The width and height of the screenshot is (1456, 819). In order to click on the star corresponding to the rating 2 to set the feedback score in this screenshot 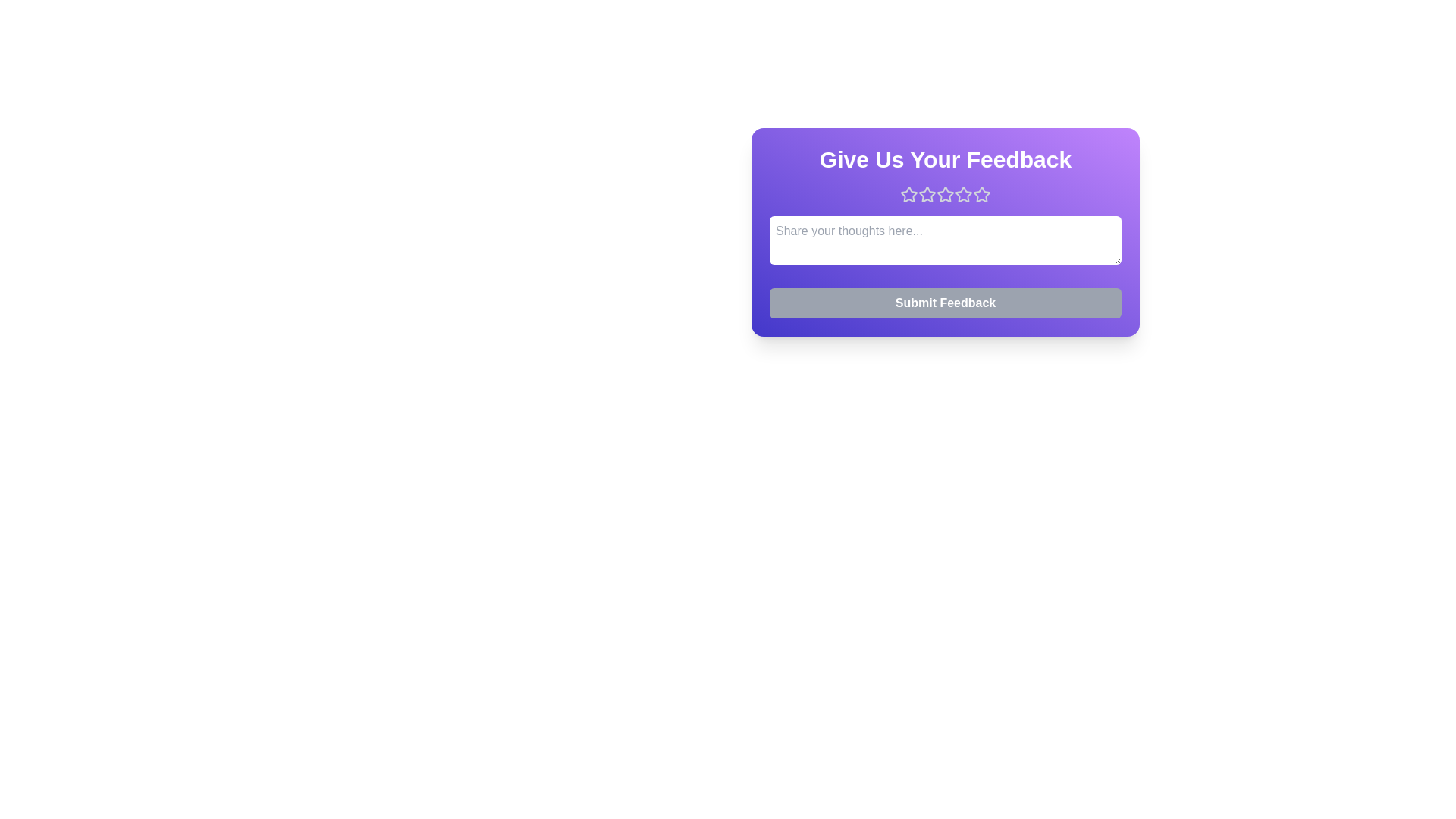, I will do `click(927, 194)`.